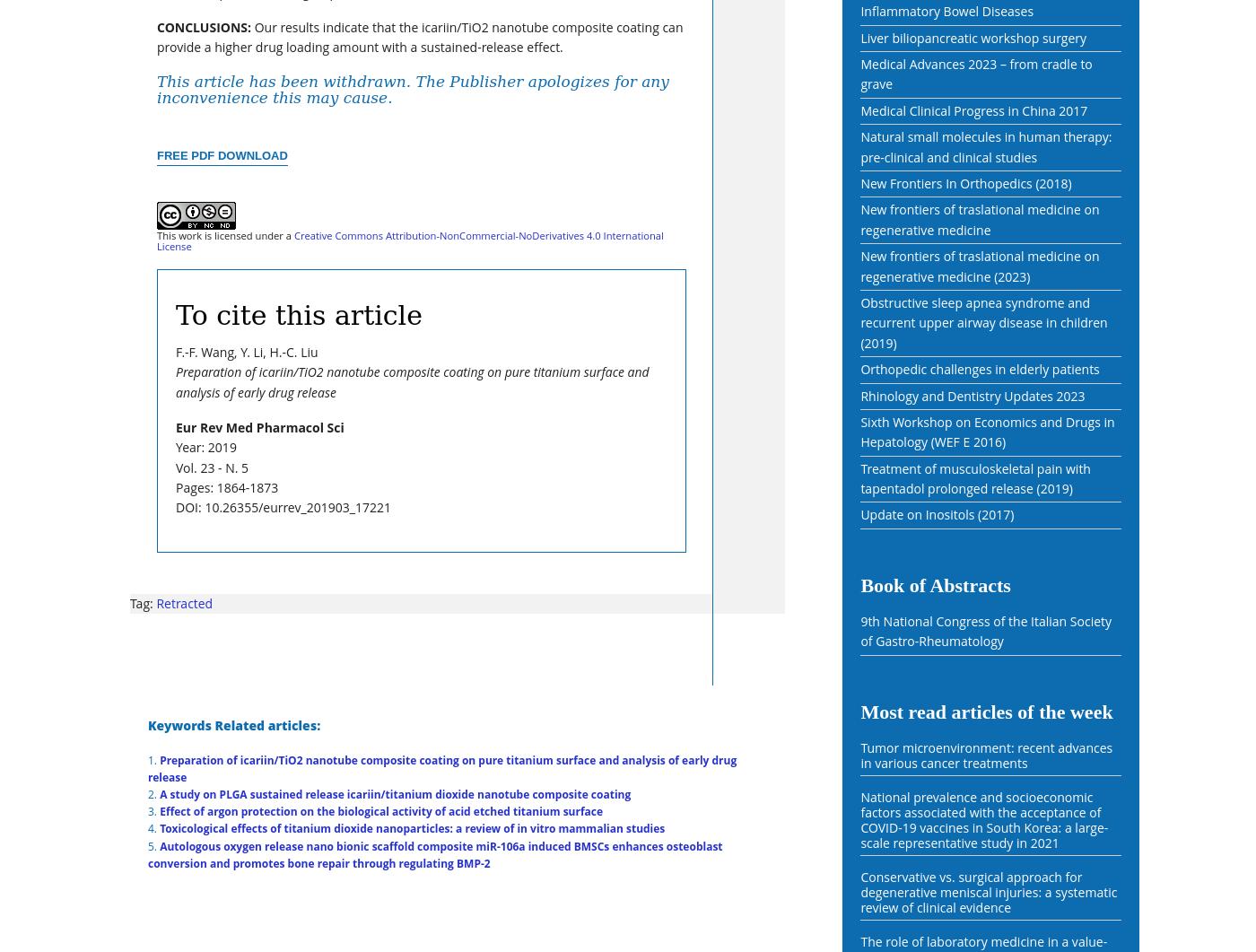 The image size is (1256, 952). I want to click on 'National prevalence and socioeconomic factors associated with the acceptance of COVID-19 vaccines in South Korea: a large-scale representative study in 2021', so click(984, 819).